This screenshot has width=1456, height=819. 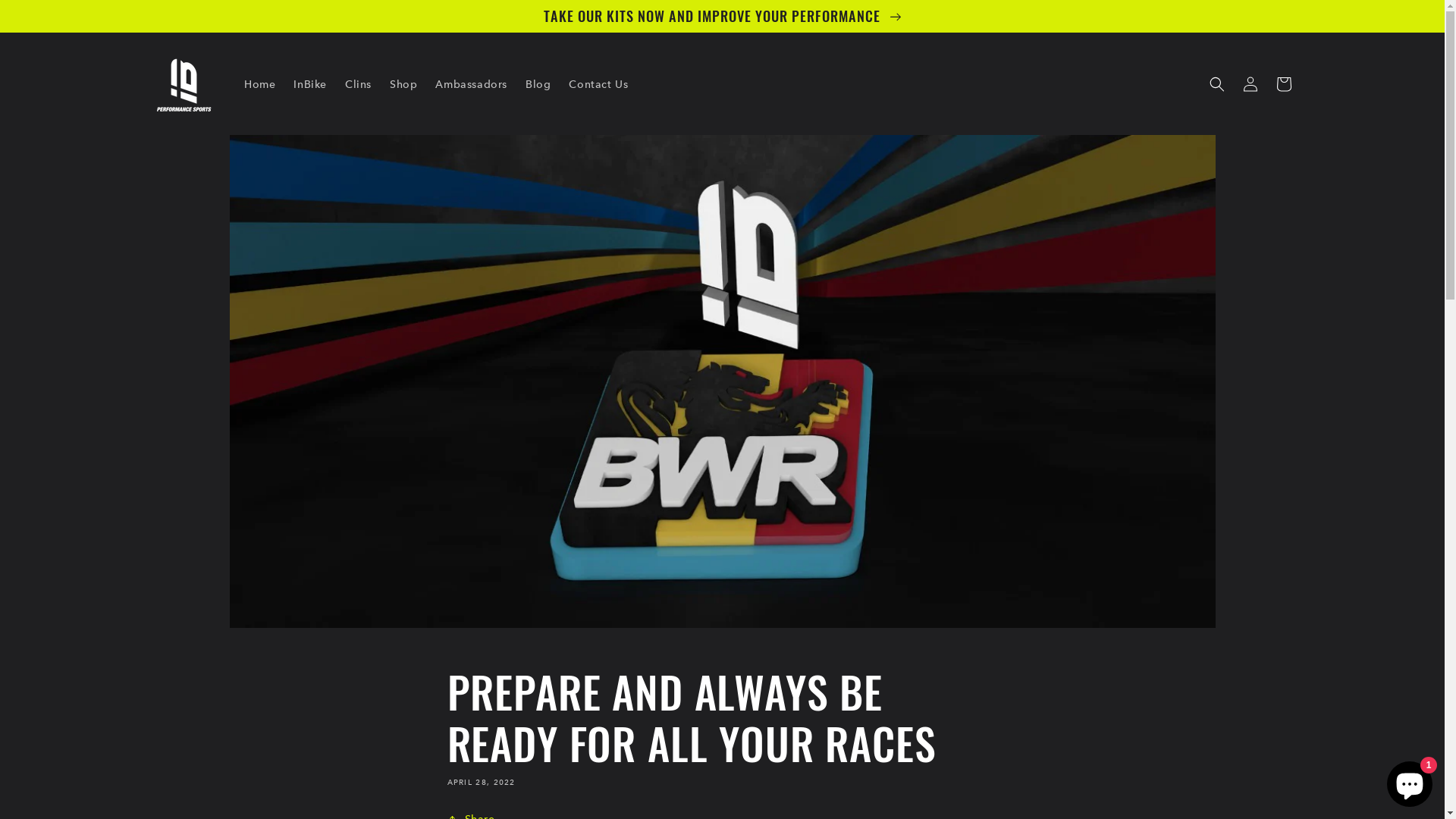 What do you see at coordinates (334, 84) in the screenshot?
I see `'Clins'` at bounding box center [334, 84].